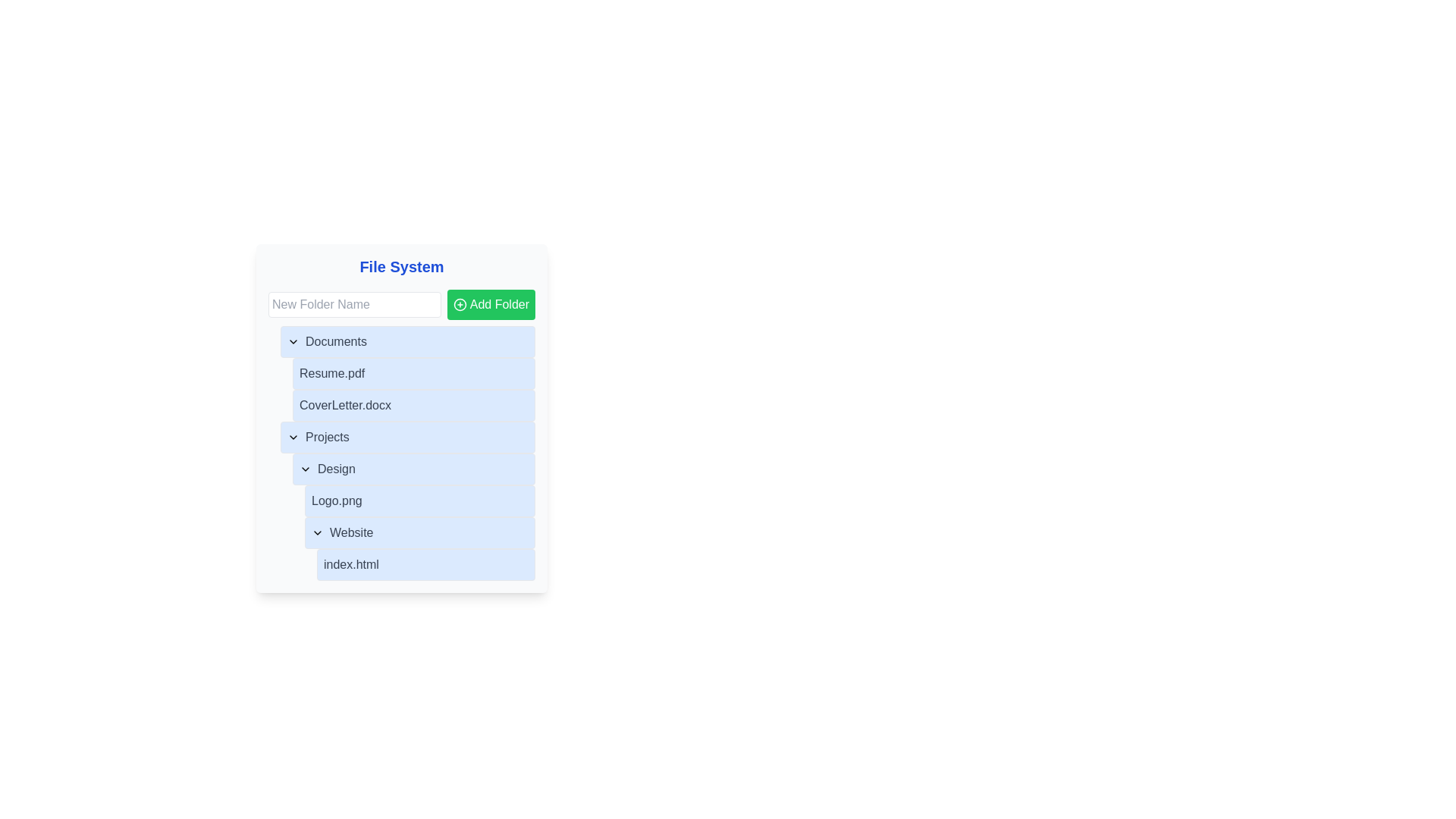  I want to click on the leftmost icon indicating the collapsed state of the 'Website' directory, so click(319, 532).